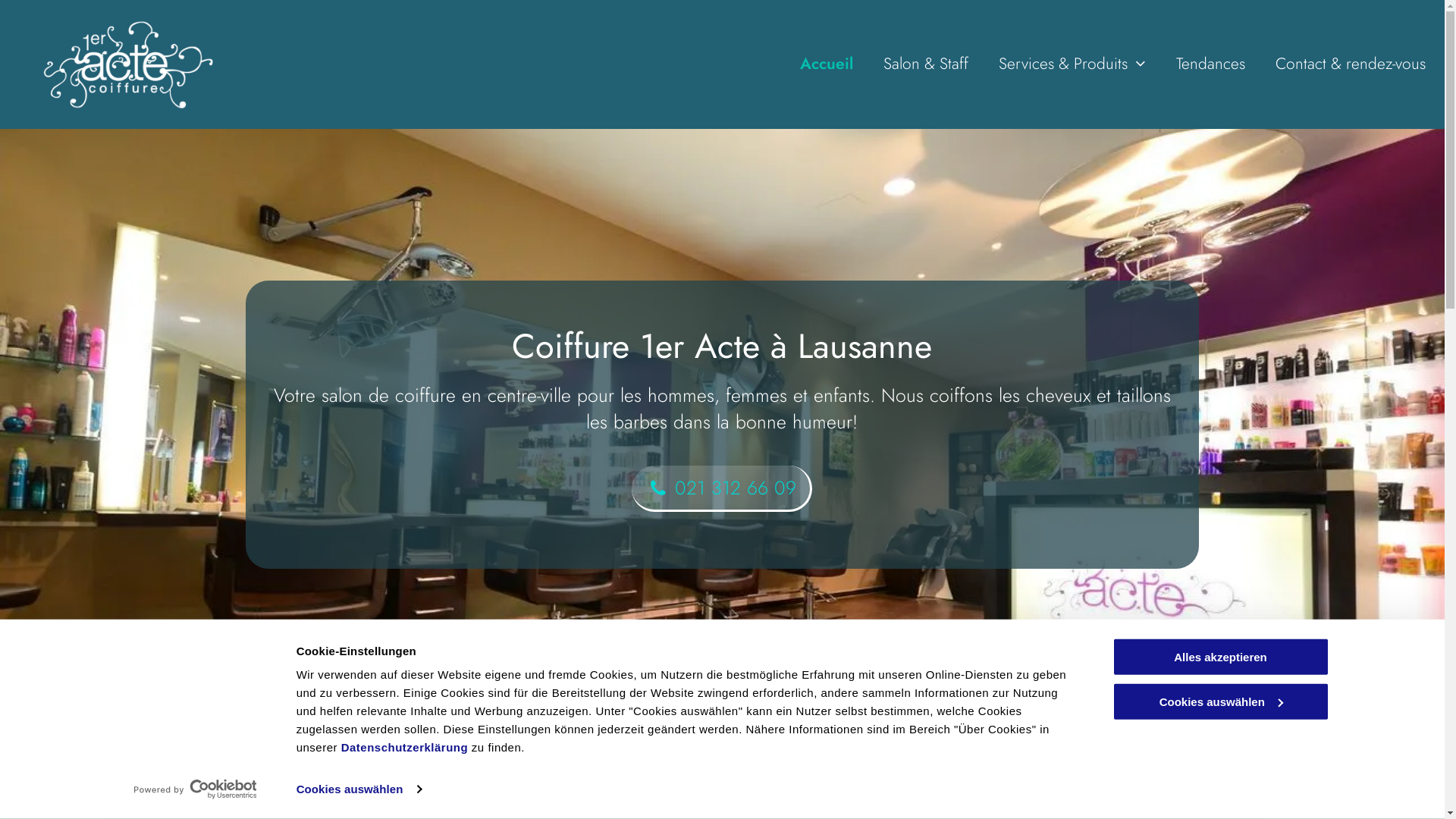  I want to click on 'Tendances', so click(1210, 63).